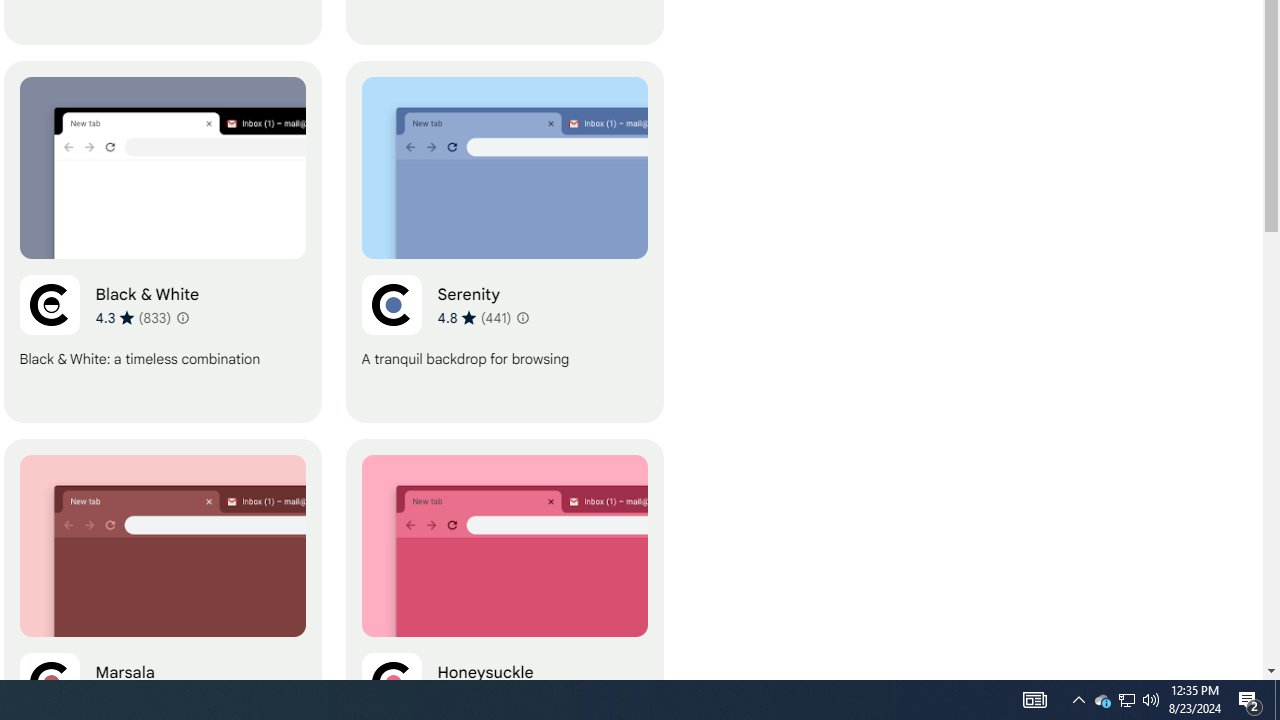 The width and height of the screenshot is (1280, 720). Describe the element at coordinates (132, 316) in the screenshot. I see `'Average rating 4.3 out of 5 stars. 833 ratings.'` at that location.